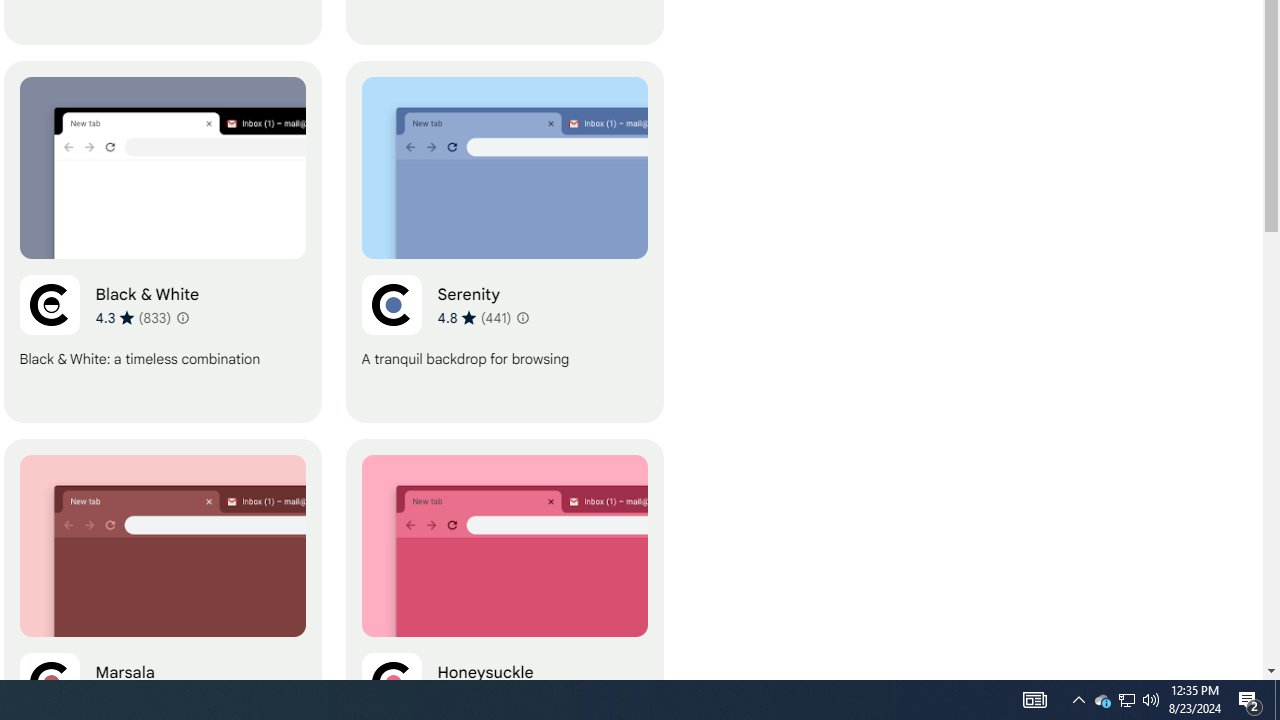 The width and height of the screenshot is (1280, 720). Describe the element at coordinates (132, 316) in the screenshot. I see `'Average rating 4.3 out of 5 stars. 833 ratings.'` at that location.